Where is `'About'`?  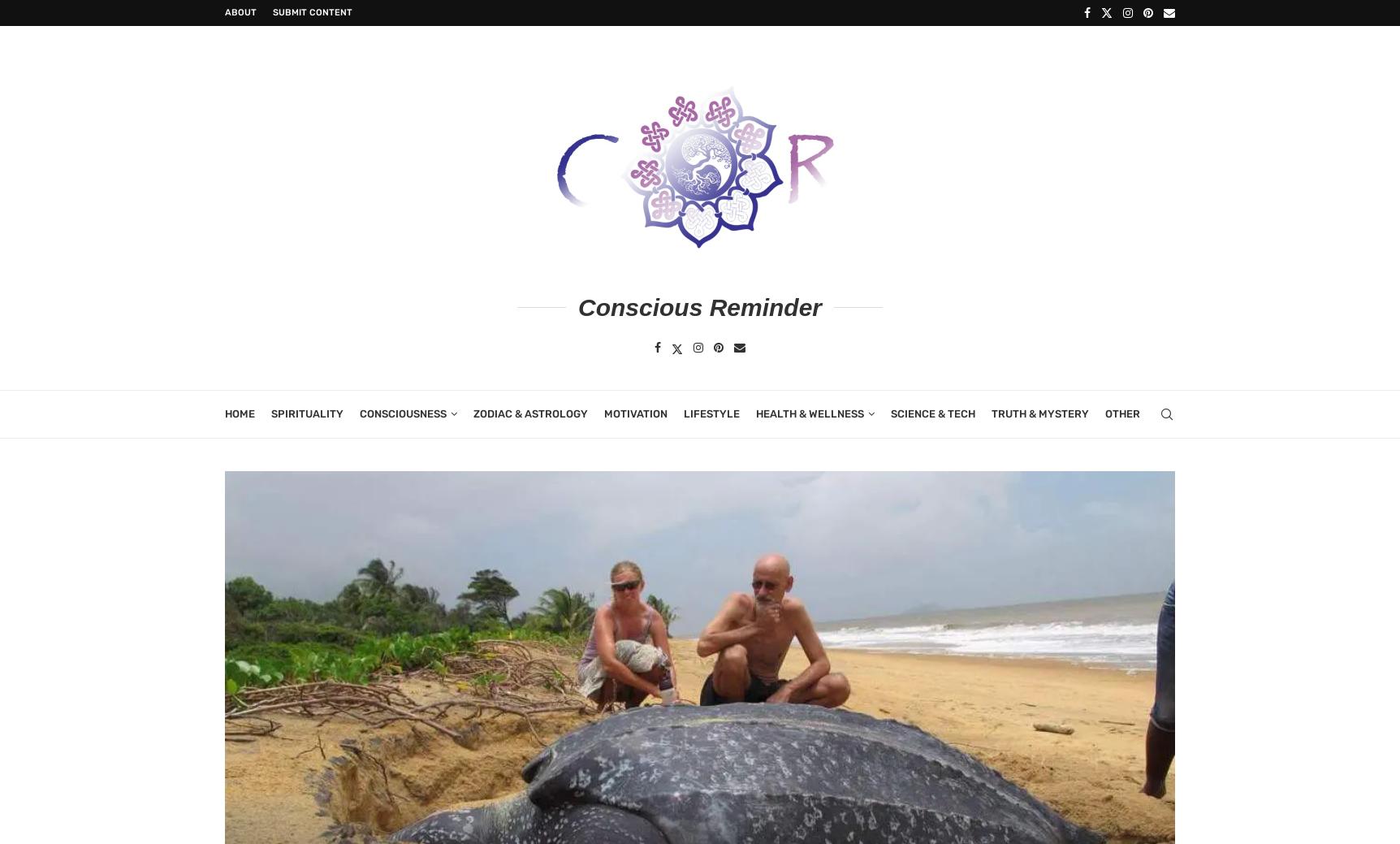
'About' is located at coordinates (240, 11).